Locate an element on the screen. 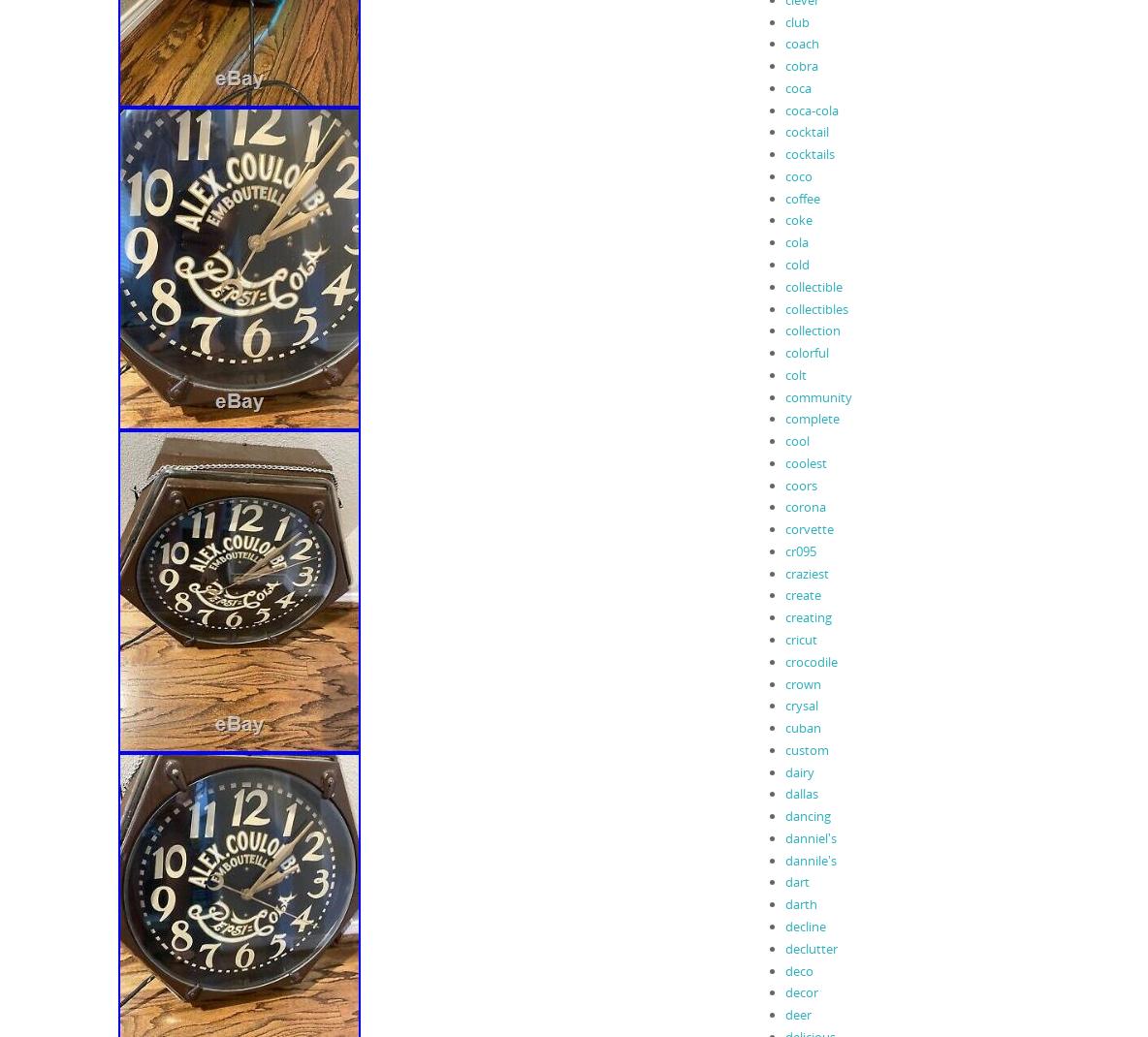  'collectibles' is located at coordinates (815, 308).